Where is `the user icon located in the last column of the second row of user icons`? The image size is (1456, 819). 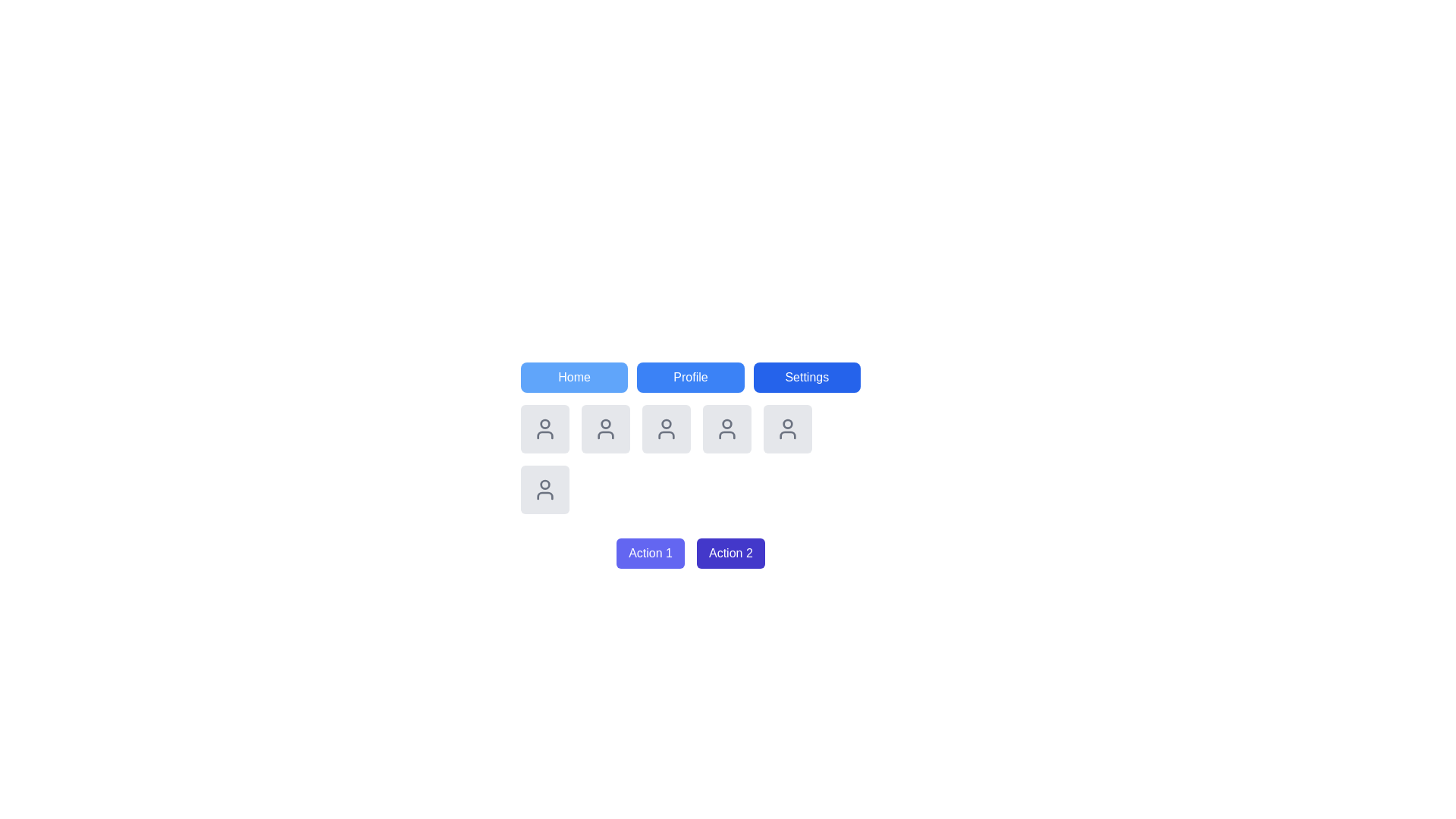 the user icon located in the last column of the second row of user icons is located at coordinates (787, 429).